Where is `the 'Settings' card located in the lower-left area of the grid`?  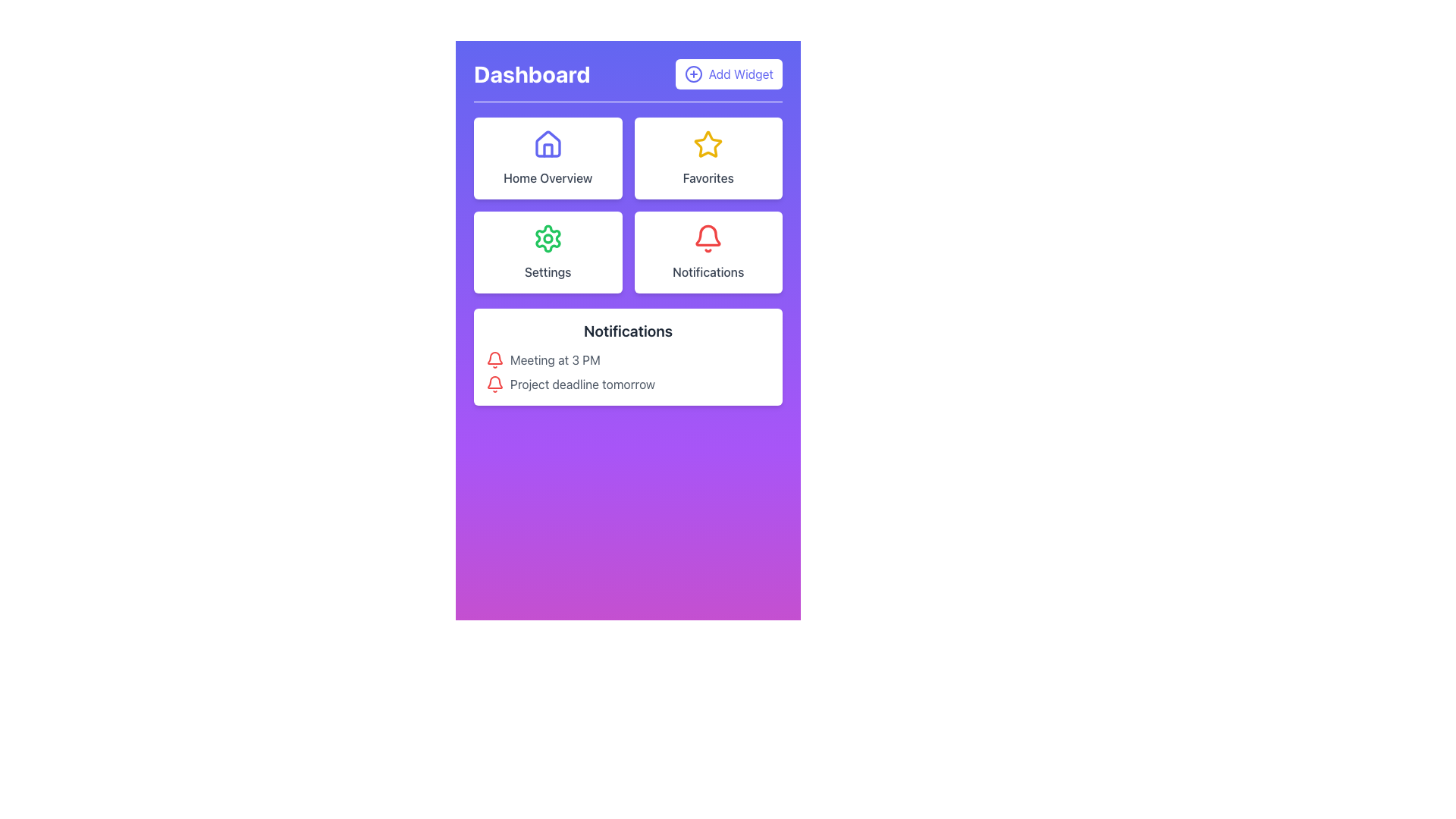
the 'Settings' card located in the lower-left area of the grid is located at coordinates (547, 251).